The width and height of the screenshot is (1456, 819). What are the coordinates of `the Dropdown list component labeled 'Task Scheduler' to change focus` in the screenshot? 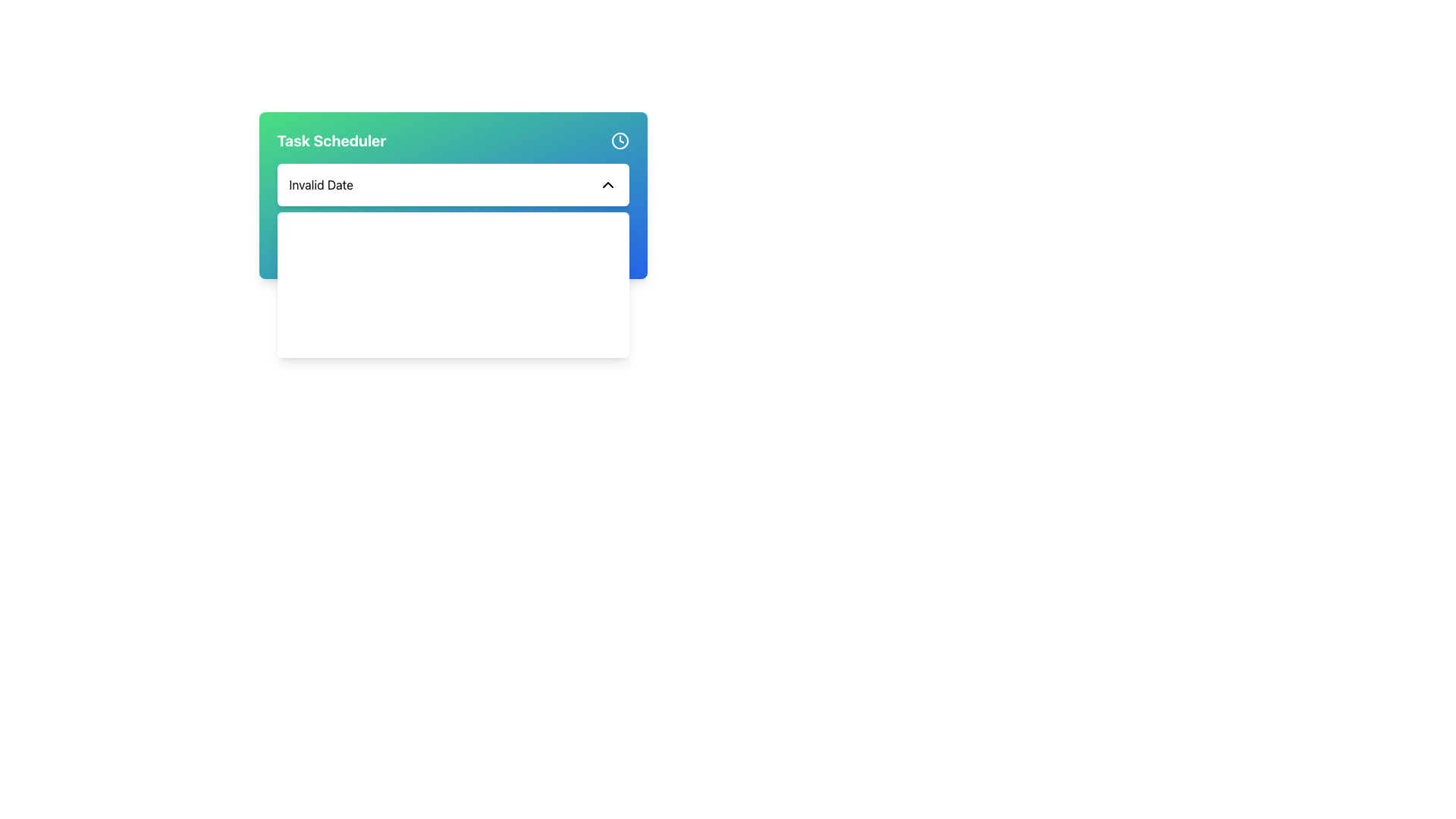 It's located at (452, 195).